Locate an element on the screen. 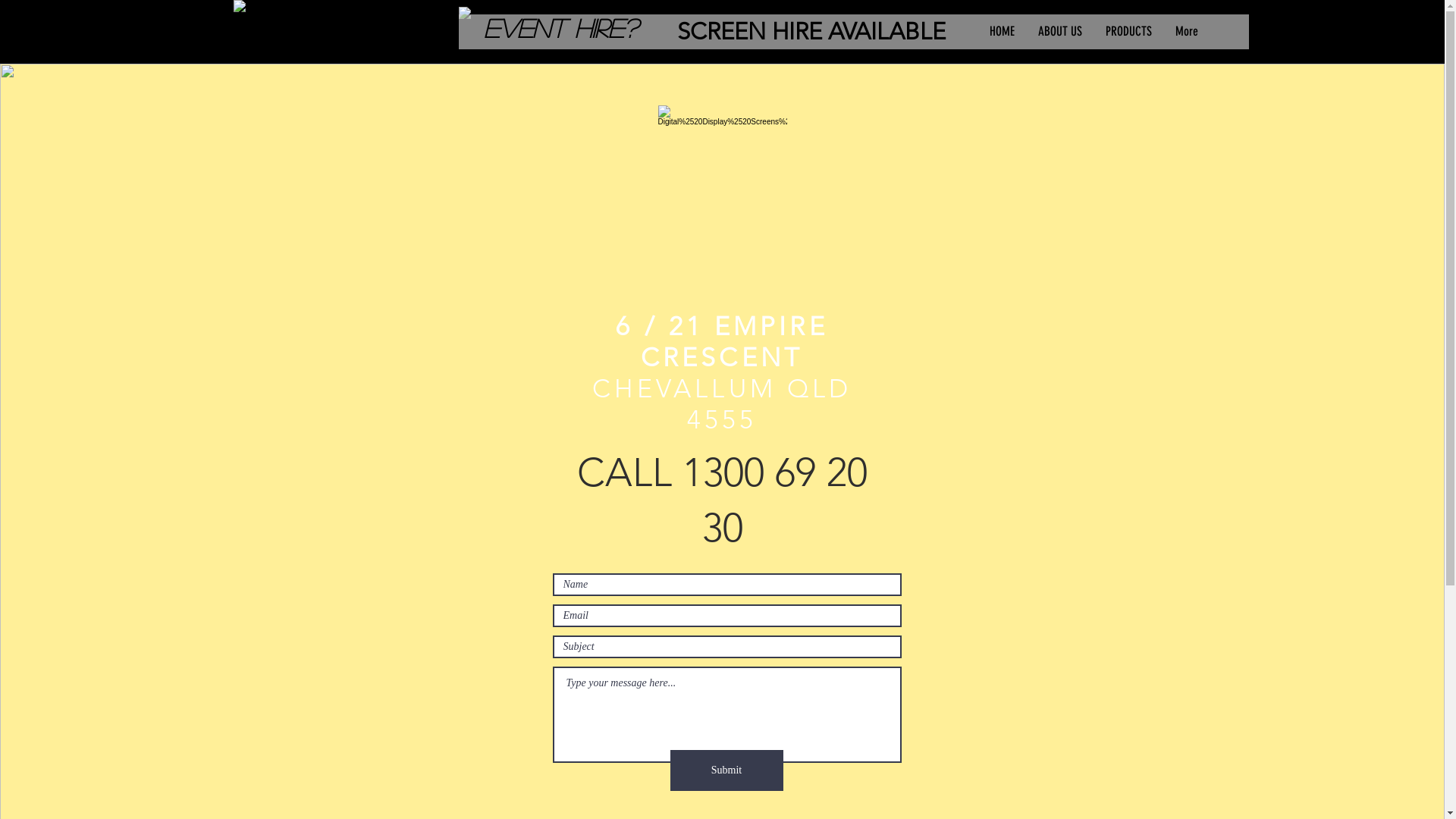  'HOME' is located at coordinates (1001, 31).